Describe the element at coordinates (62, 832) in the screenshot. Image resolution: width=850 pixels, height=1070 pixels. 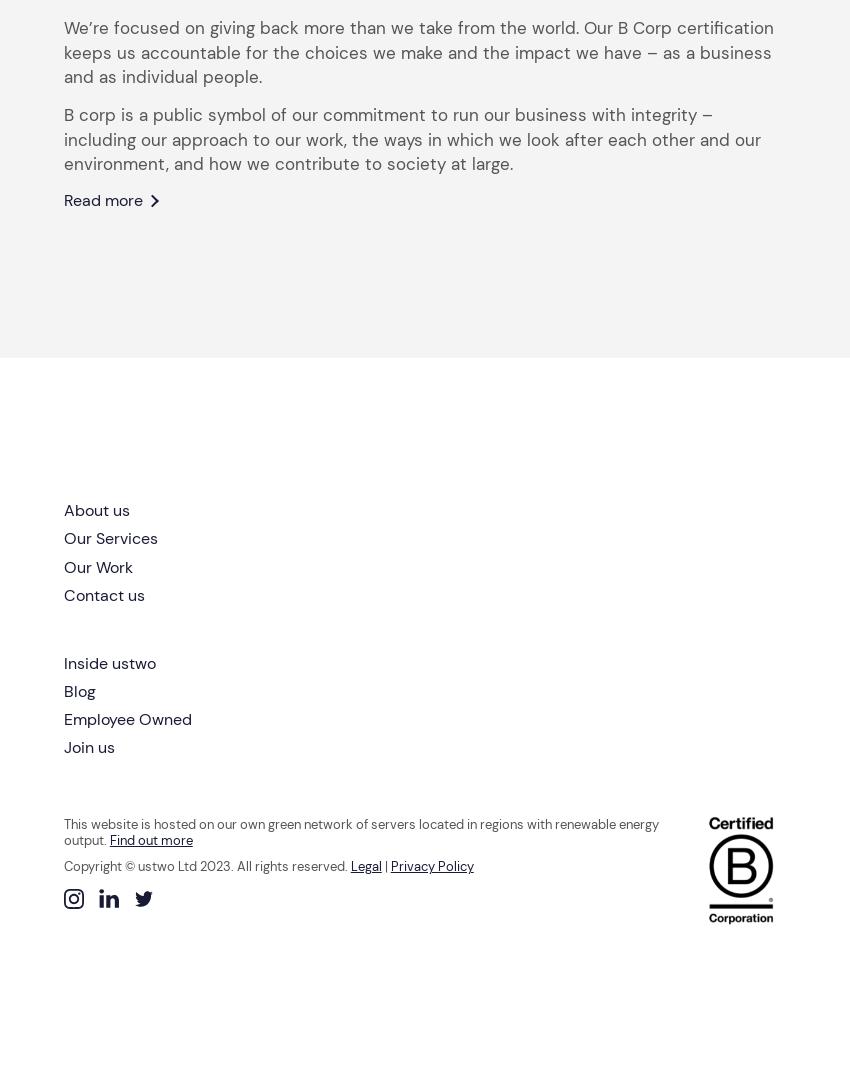
I see `'This website is hosted on our own green network of servers located in regions with renewable energy output.'` at that location.